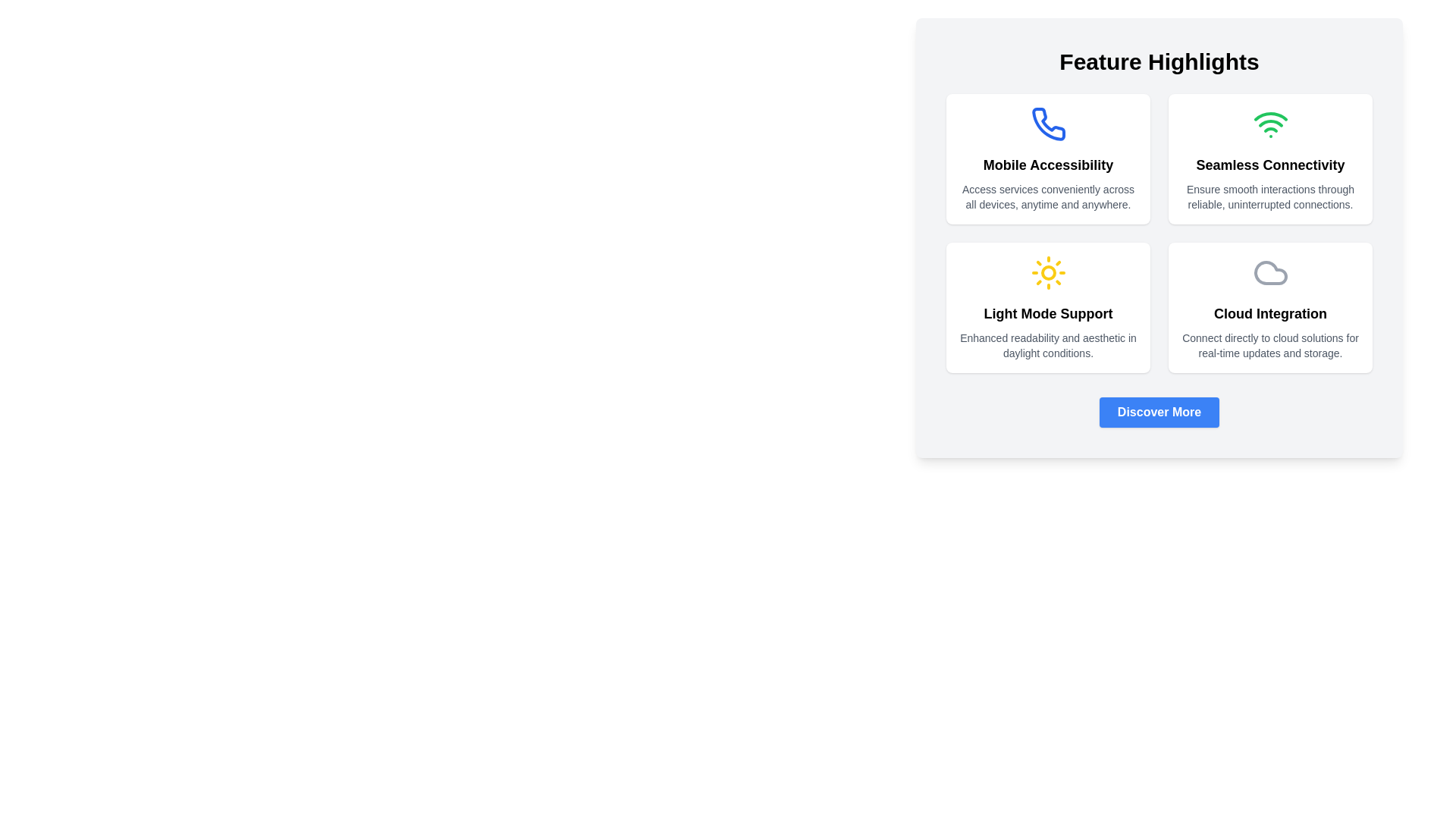  What do you see at coordinates (1270, 312) in the screenshot?
I see `text label that serves as a title within the lower-right box of a 2x2 grid in the highlighted feature section for debugging purposes` at bounding box center [1270, 312].